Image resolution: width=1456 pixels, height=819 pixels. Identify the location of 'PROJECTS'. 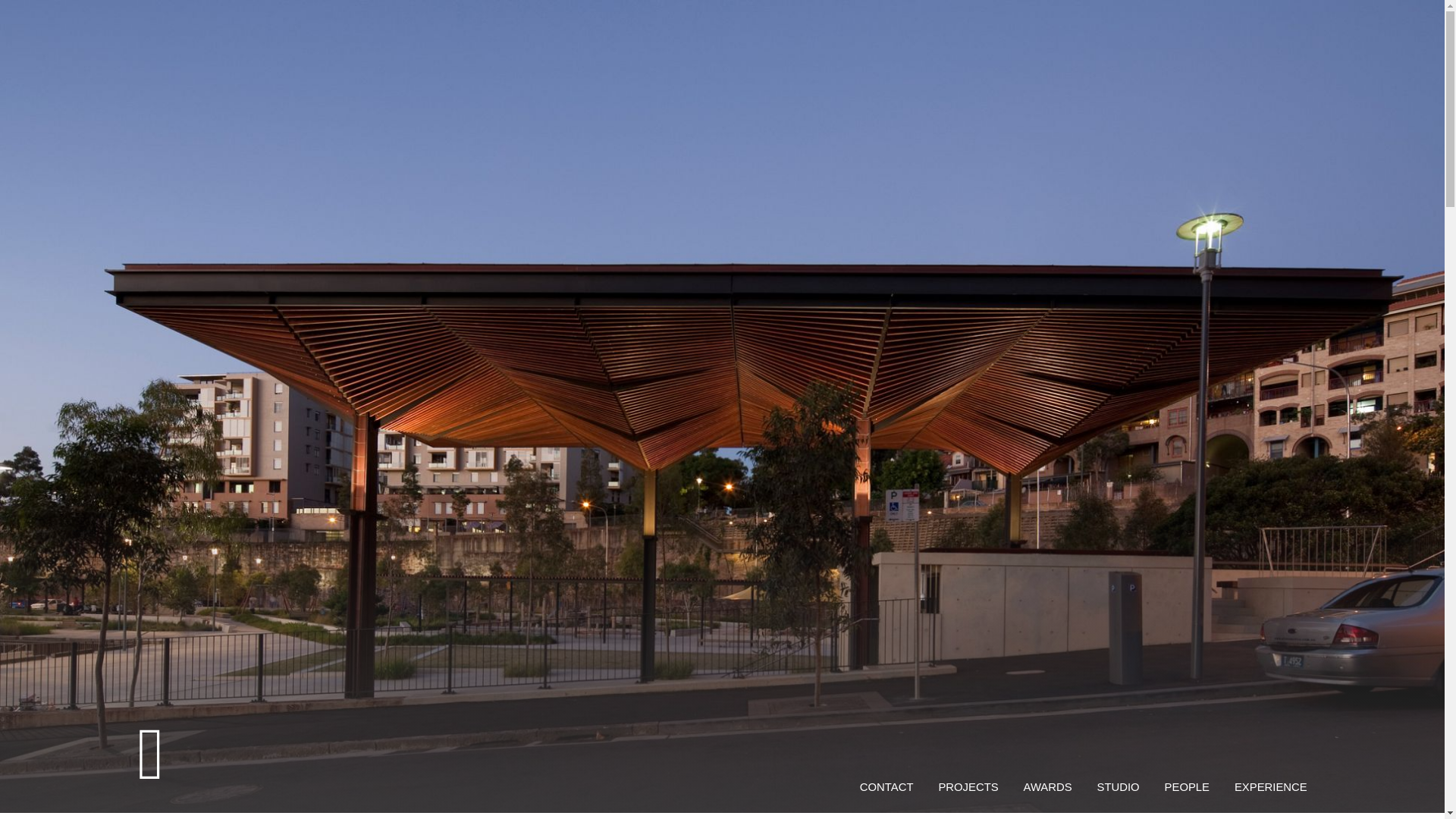
(967, 786).